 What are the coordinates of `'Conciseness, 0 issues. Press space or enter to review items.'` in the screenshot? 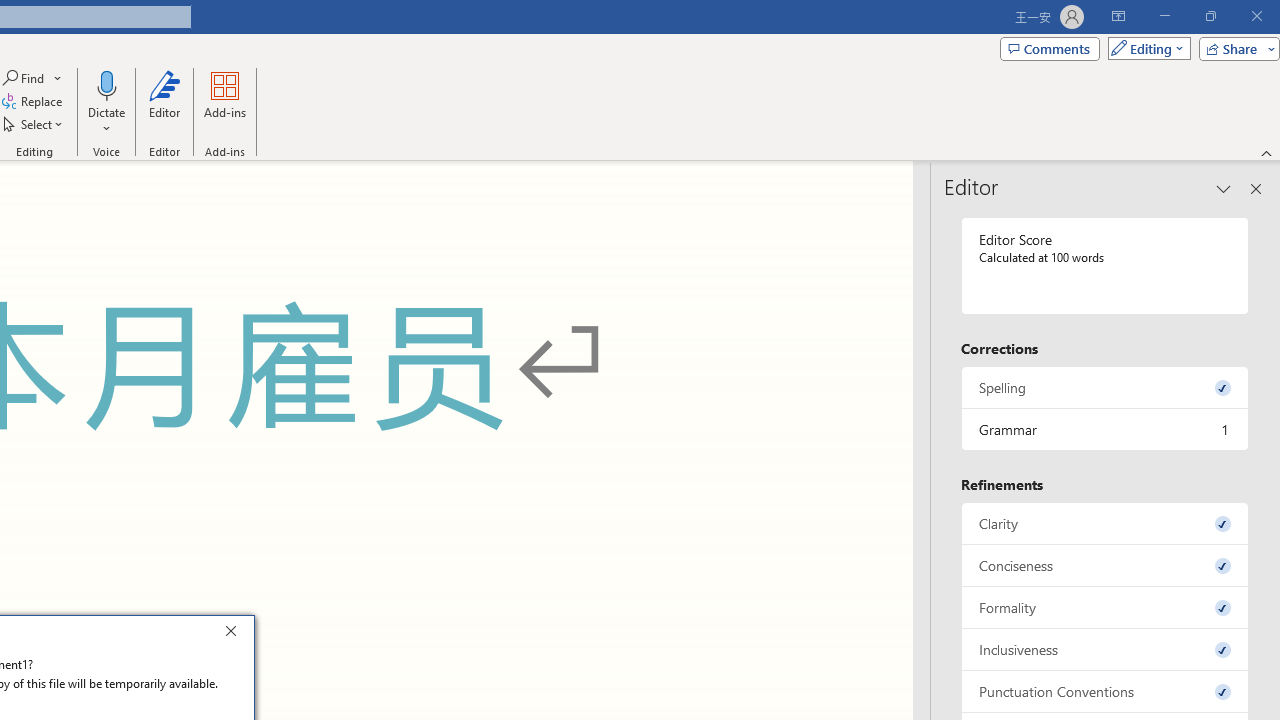 It's located at (1104, 565).